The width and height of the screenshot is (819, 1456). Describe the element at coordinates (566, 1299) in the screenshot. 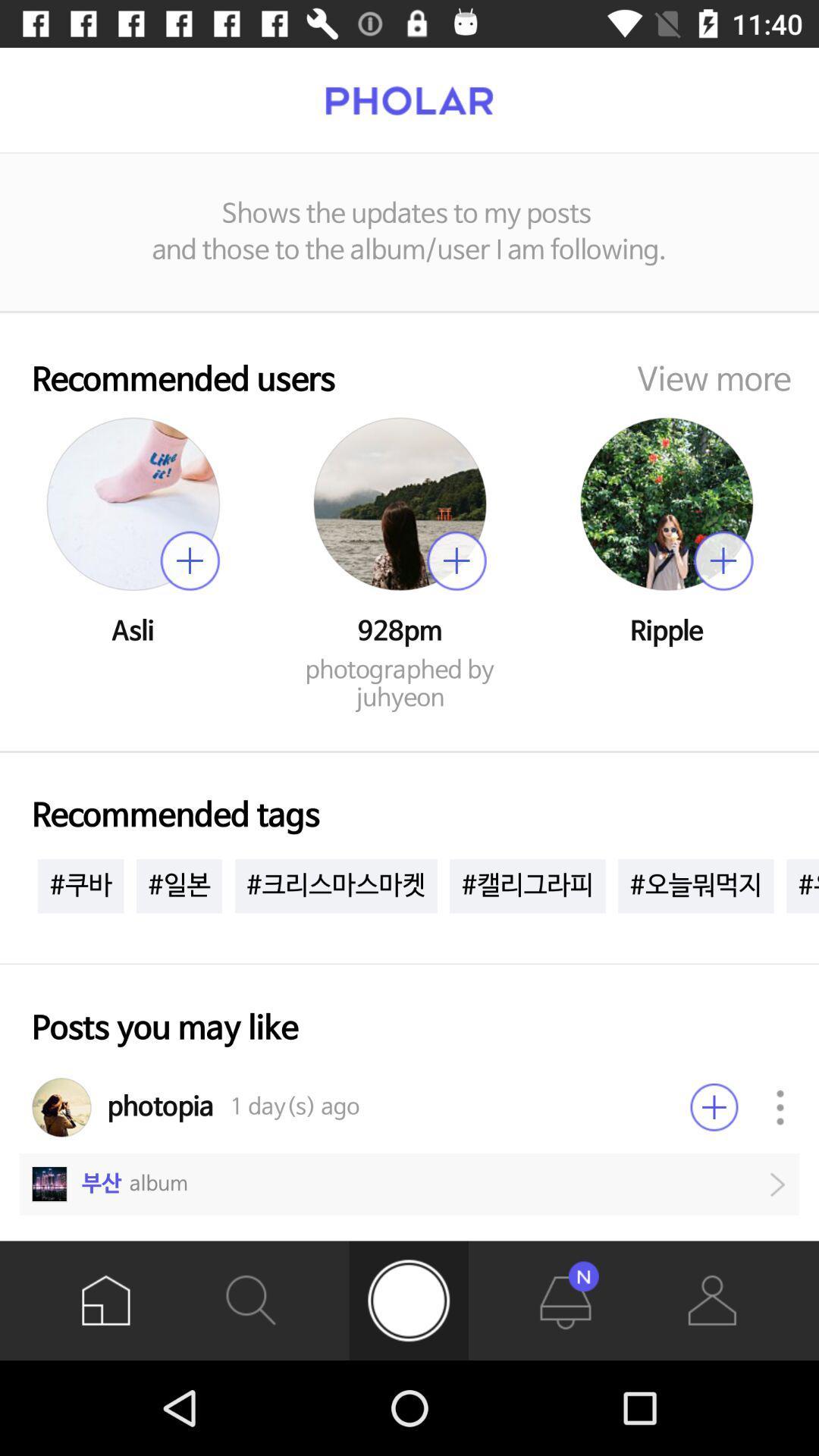

I see `the notifications icon` at that location.